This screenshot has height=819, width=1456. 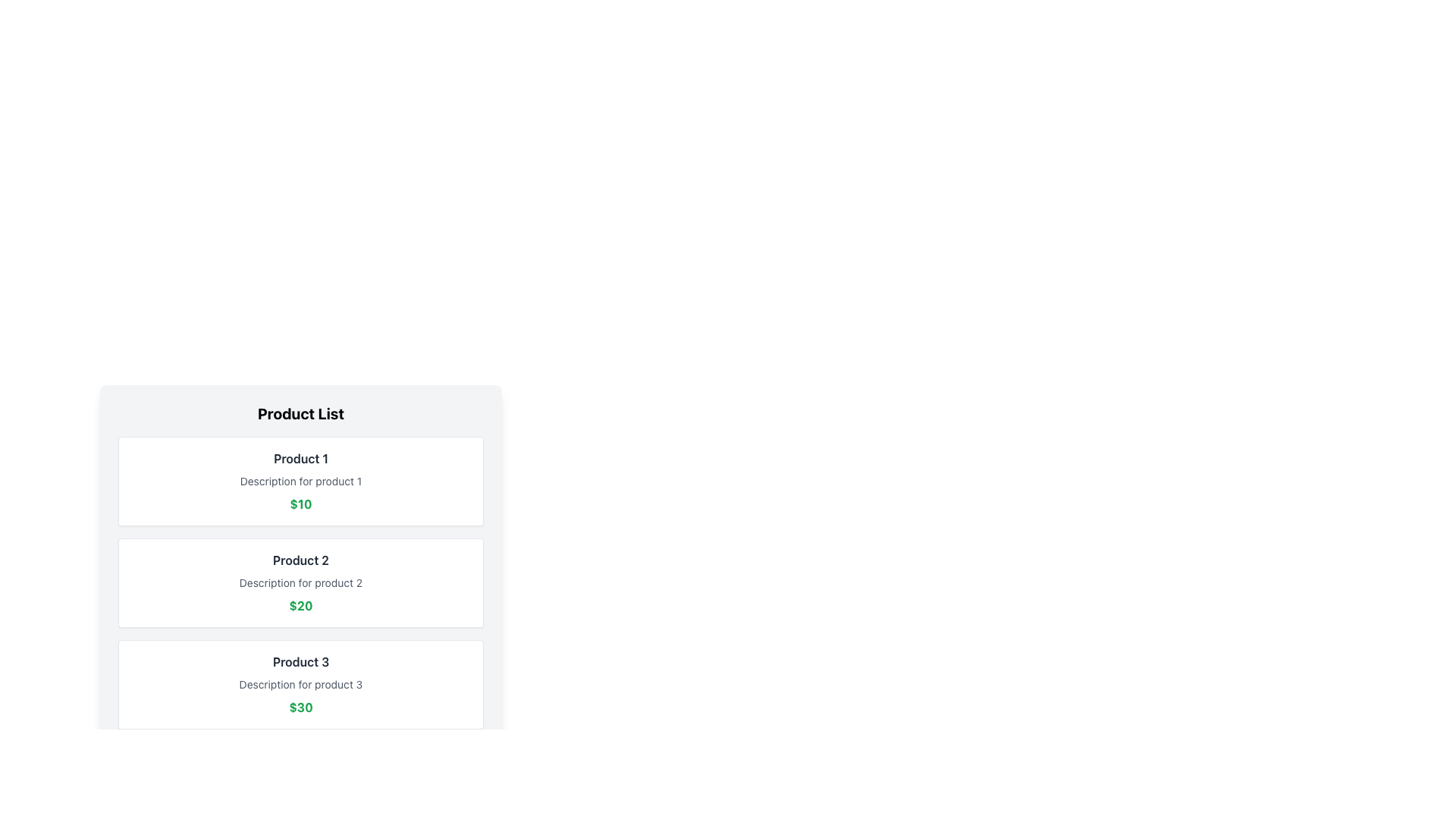 I want to click on the Text Label element displaying the price '$20' in bold green text, so click(x=301, y=604).